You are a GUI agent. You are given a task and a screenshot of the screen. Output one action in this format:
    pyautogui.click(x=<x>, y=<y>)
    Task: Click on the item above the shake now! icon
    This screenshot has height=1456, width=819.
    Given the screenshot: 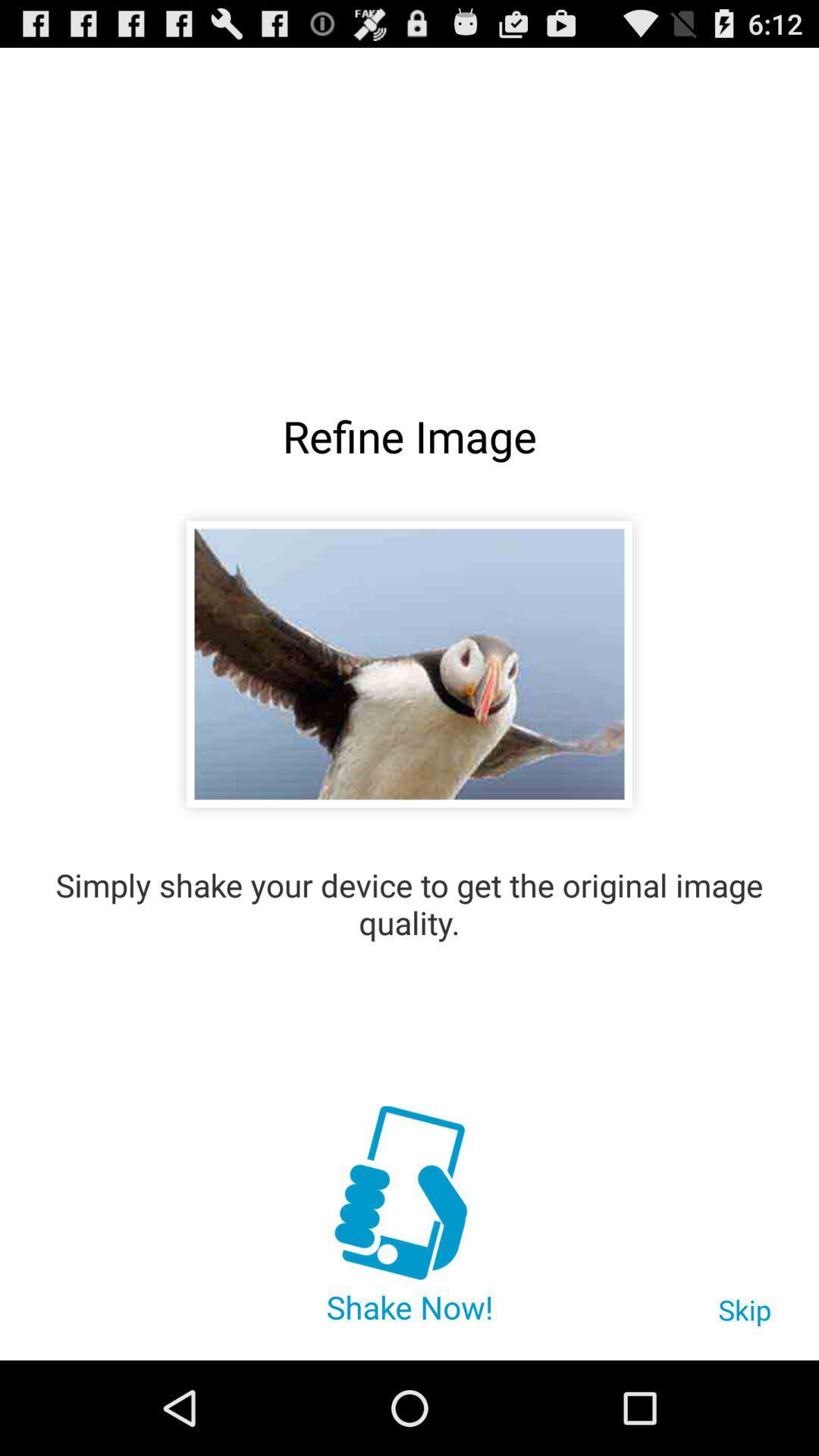 What is the action you would take?
    pyautogui.click(x=408, y=1194)
    